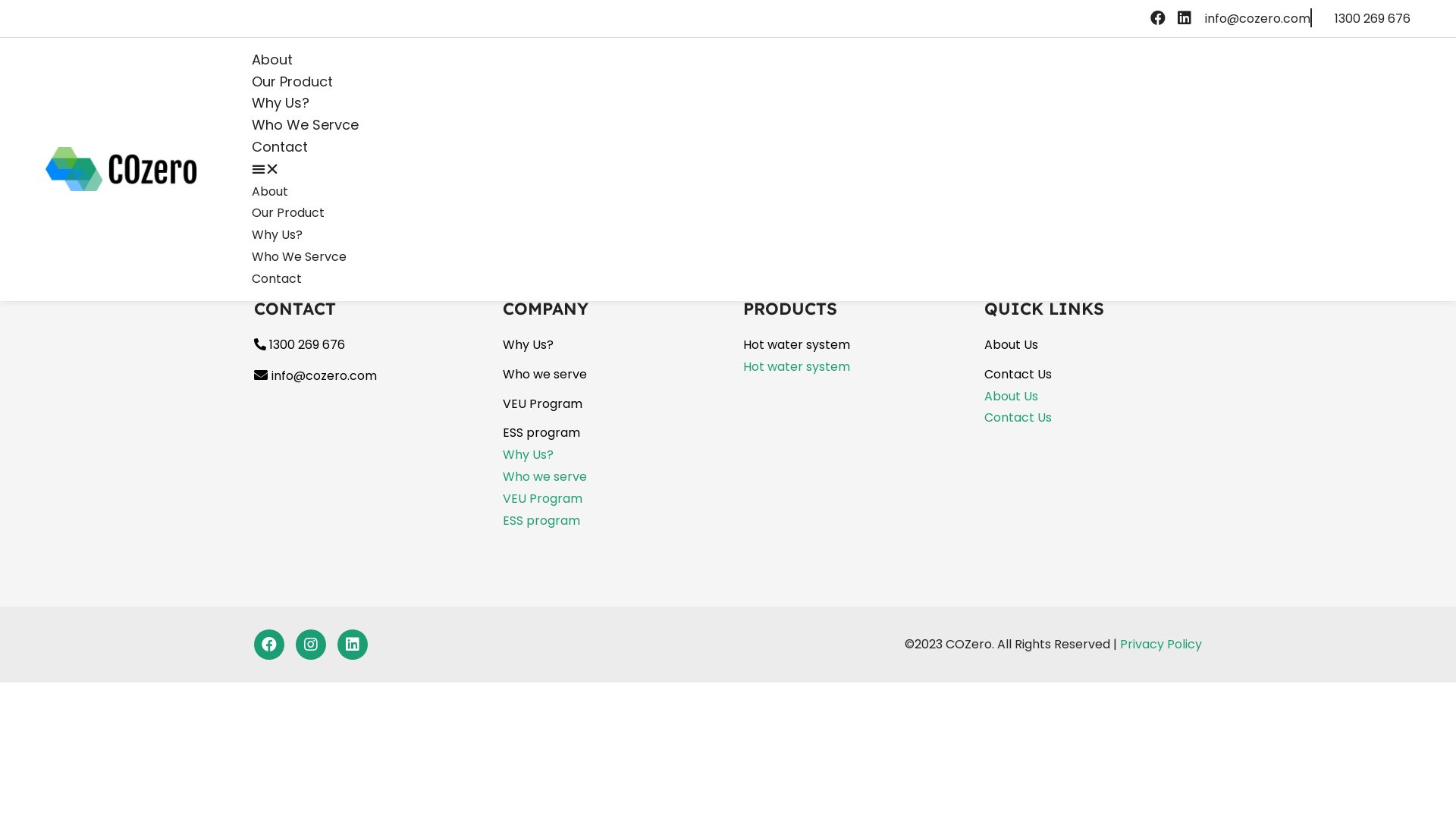  I want to click on 'VEU Program', so click(541, 498).